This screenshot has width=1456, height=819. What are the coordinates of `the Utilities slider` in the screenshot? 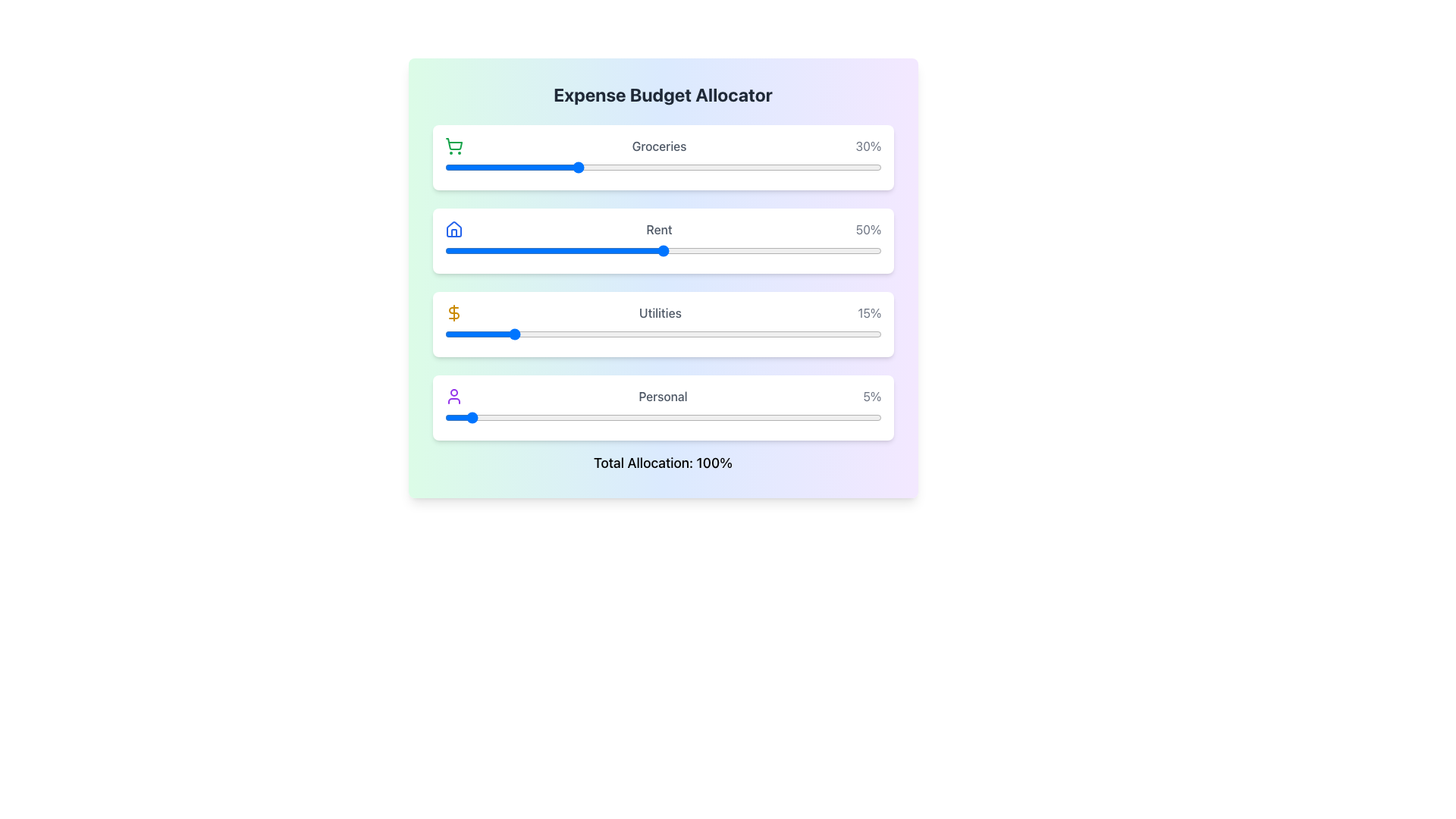 It's located at (605, 333).